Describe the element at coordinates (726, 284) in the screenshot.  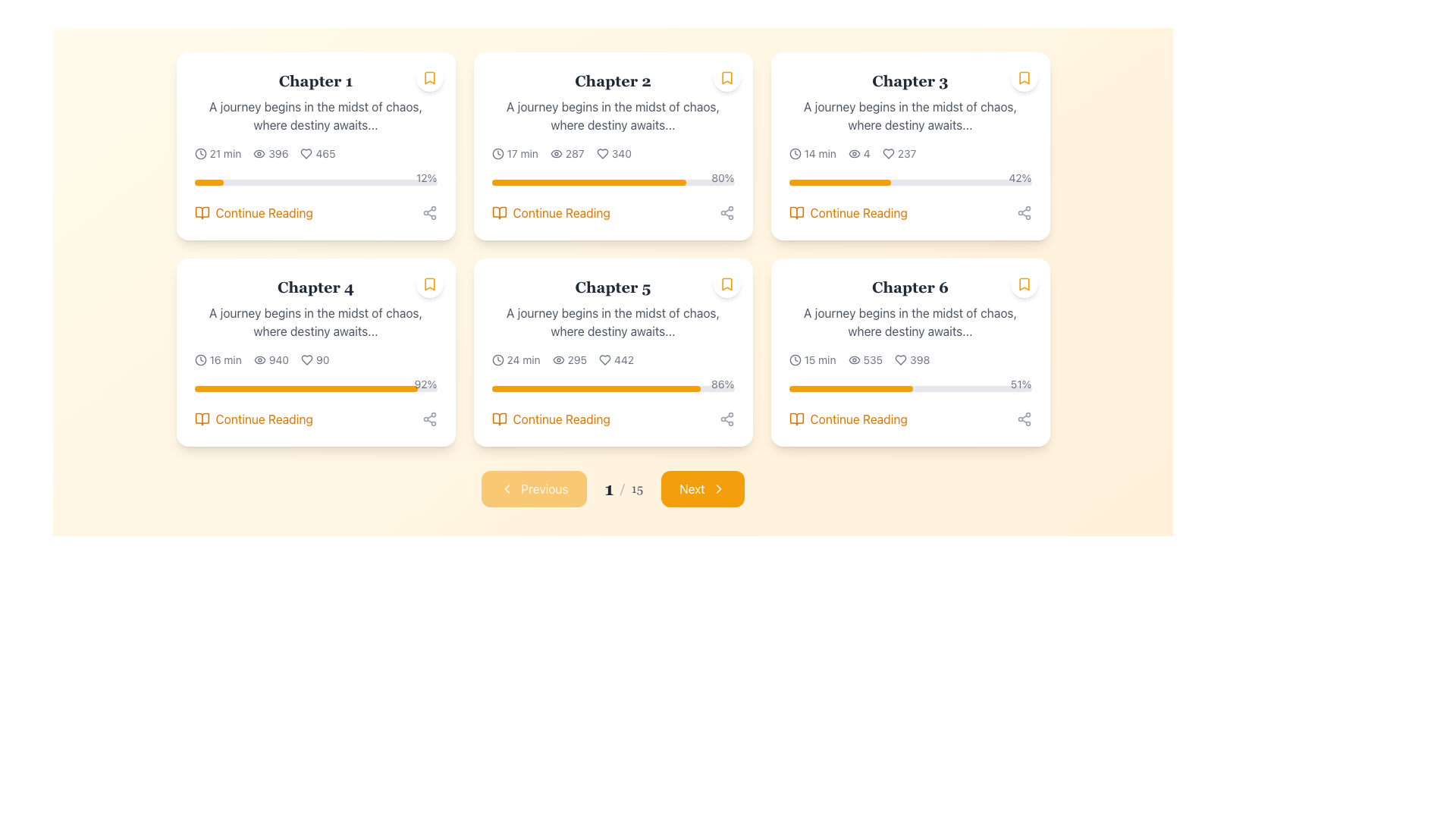
I see `the bookmark icon located in the top-right corner of the 'Chapter 5' card` at that location.